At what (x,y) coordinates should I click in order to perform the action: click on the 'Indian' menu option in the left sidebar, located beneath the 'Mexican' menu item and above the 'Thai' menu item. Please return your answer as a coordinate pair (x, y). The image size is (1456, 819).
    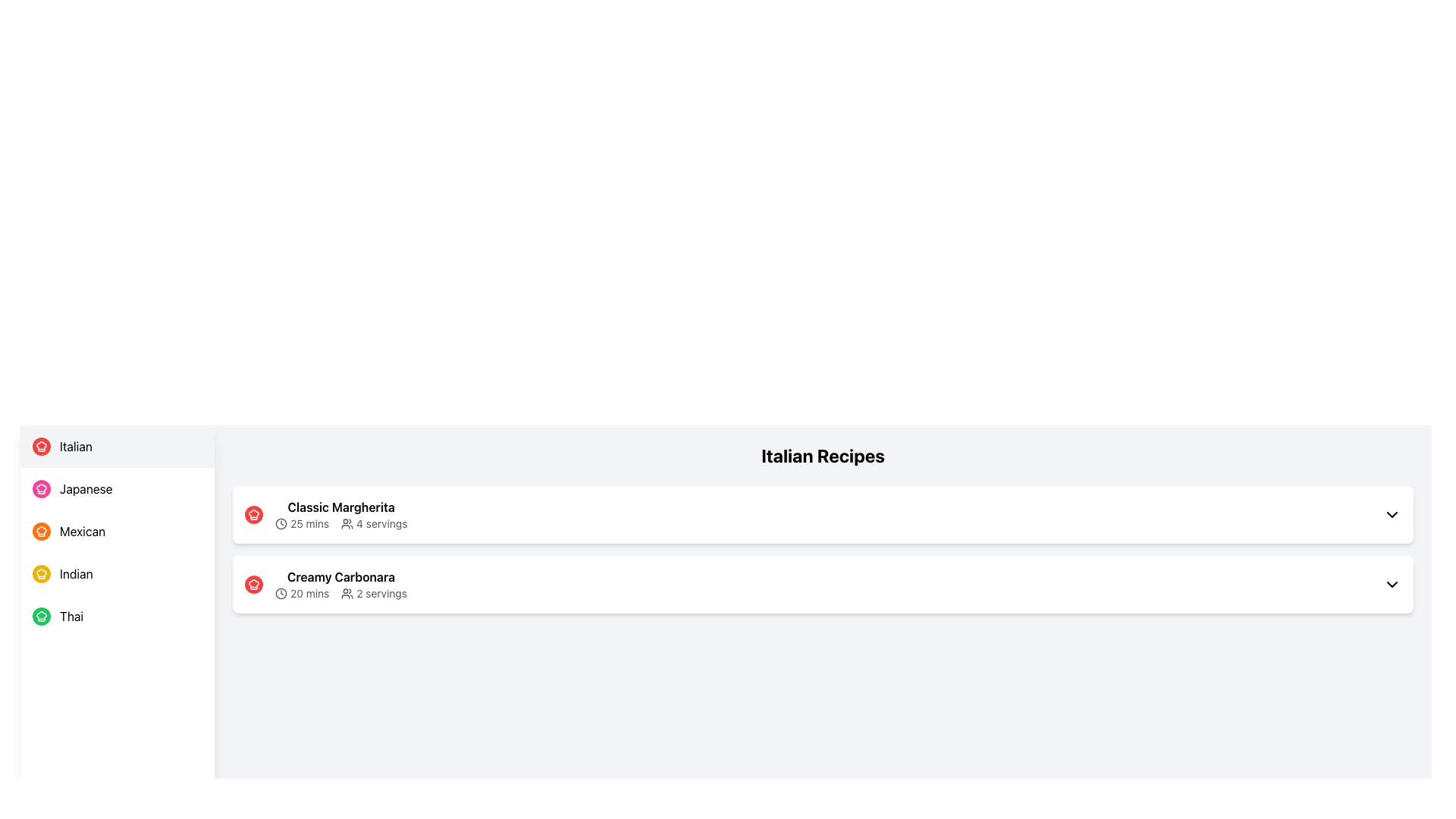
    Looking at the image, I should click on (75, 573).